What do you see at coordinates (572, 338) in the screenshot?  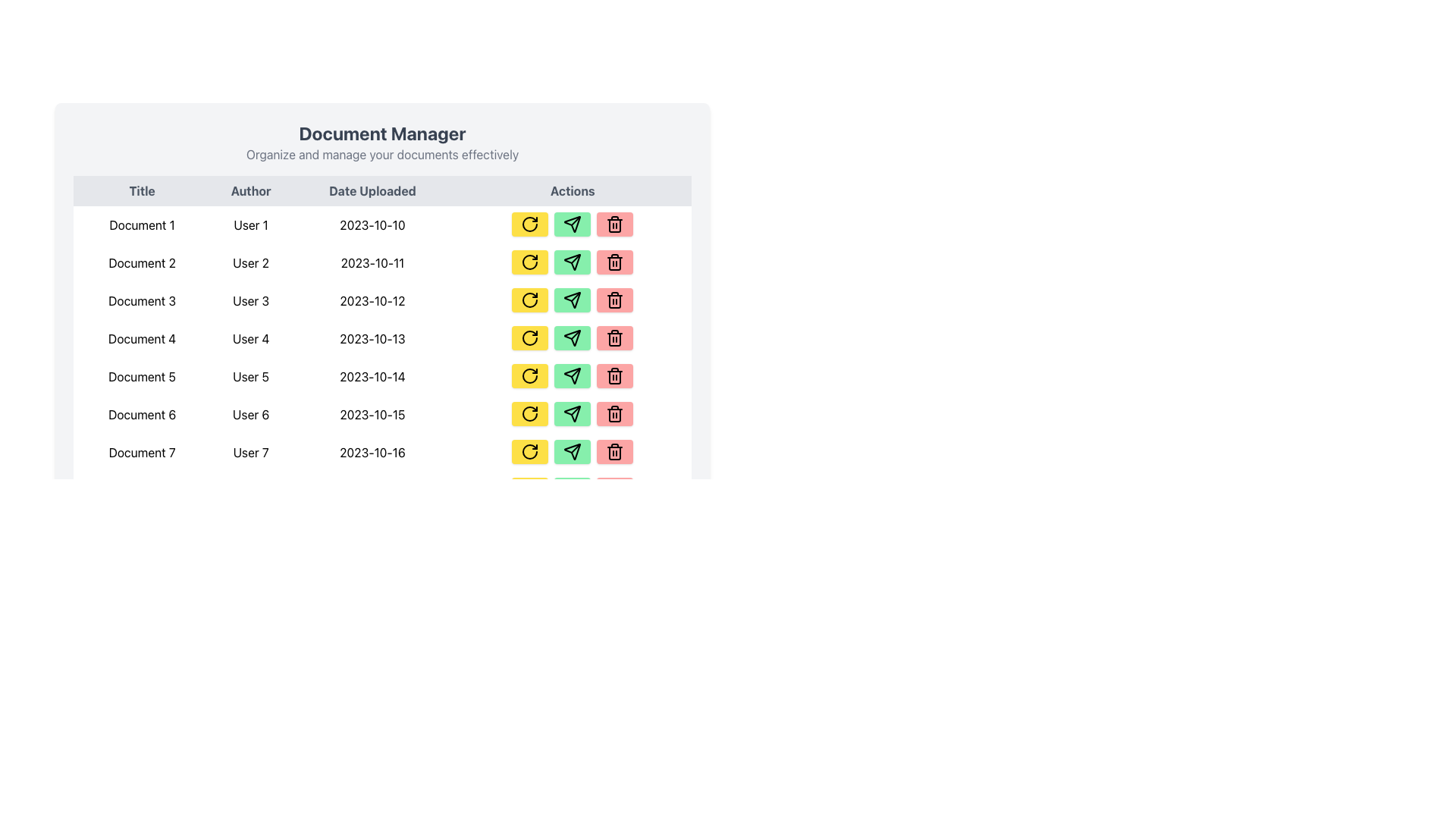 I see `the green button with a paper plane icon` at bounding box center [572, 338].